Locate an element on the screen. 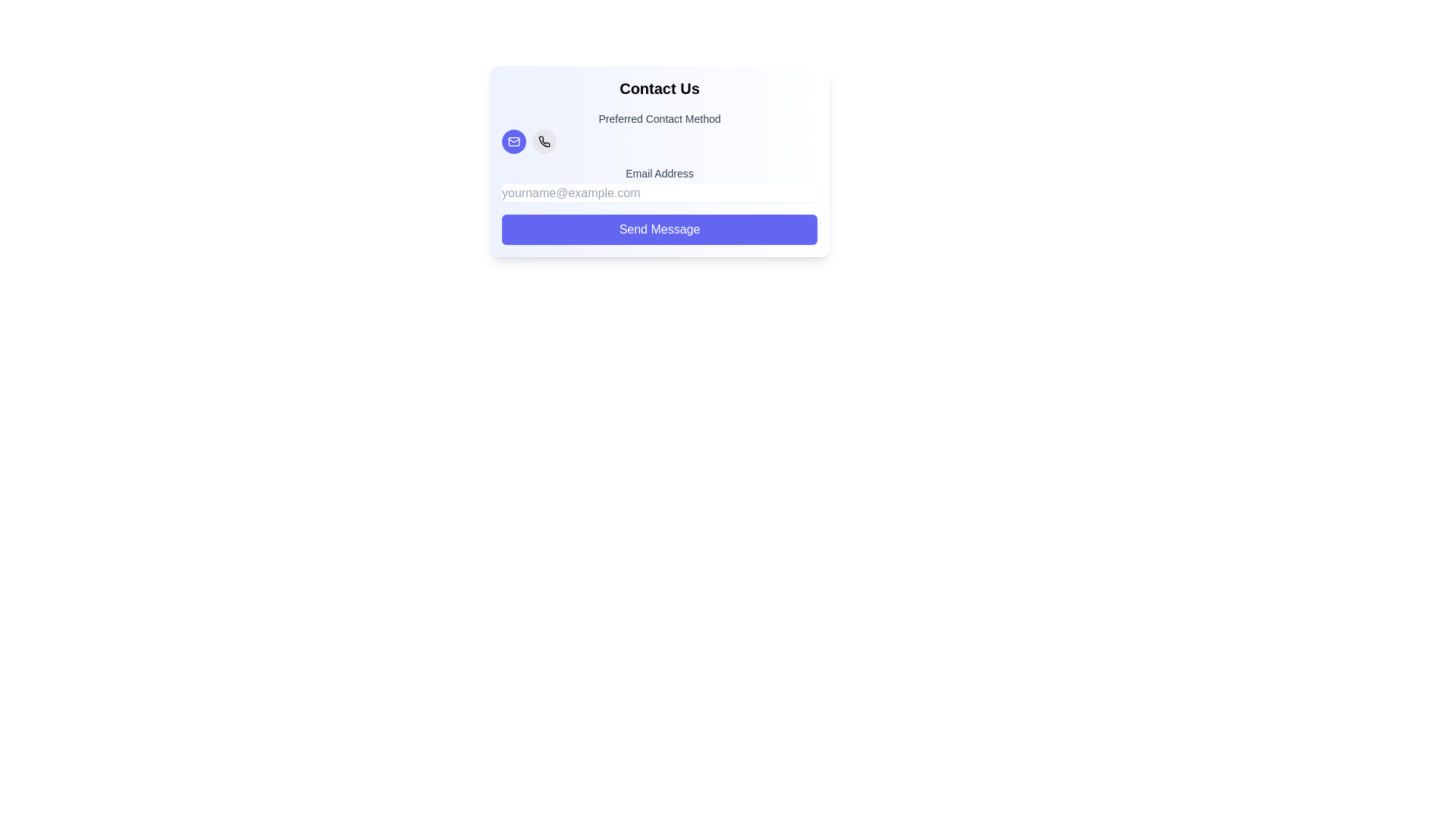 The image size is (1456, 819). the envelope icon representing the email option in the upper-left corner of the 'Preferred Contact Method' section is located at coordinates (513, 141).